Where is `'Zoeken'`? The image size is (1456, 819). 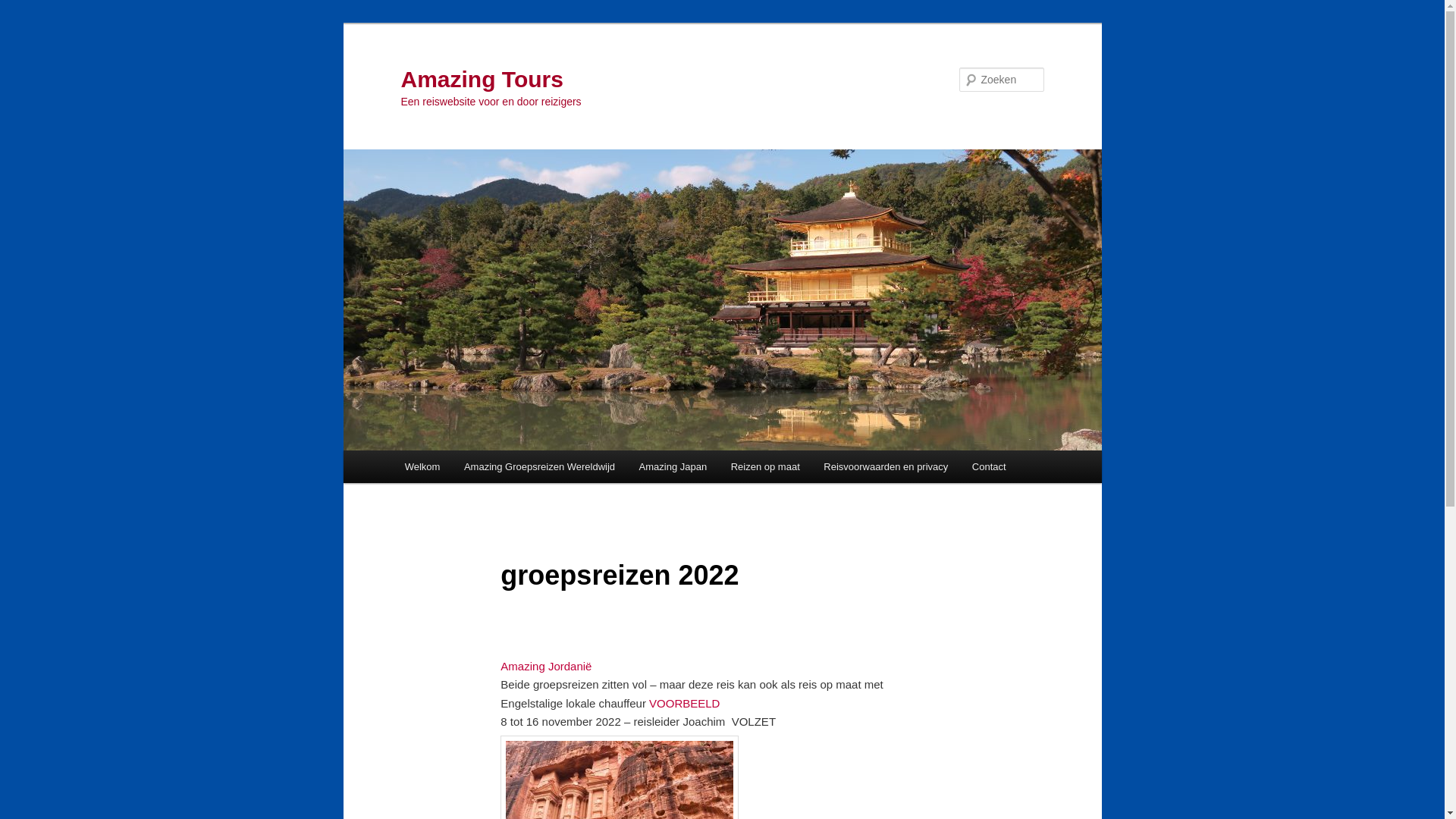 'Zoeken' is located at coordinates (25, 8).